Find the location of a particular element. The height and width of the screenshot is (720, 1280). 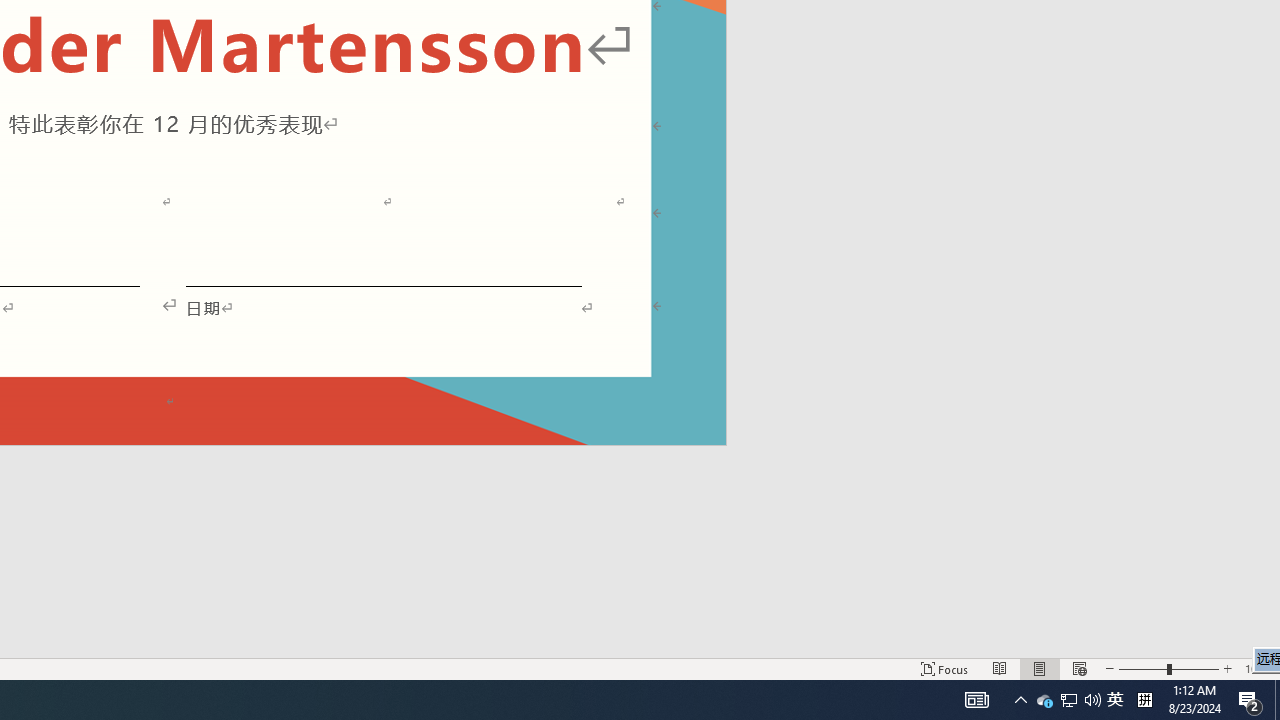

'User Promoted Notification Area' is located at coordinates (1067, 698).